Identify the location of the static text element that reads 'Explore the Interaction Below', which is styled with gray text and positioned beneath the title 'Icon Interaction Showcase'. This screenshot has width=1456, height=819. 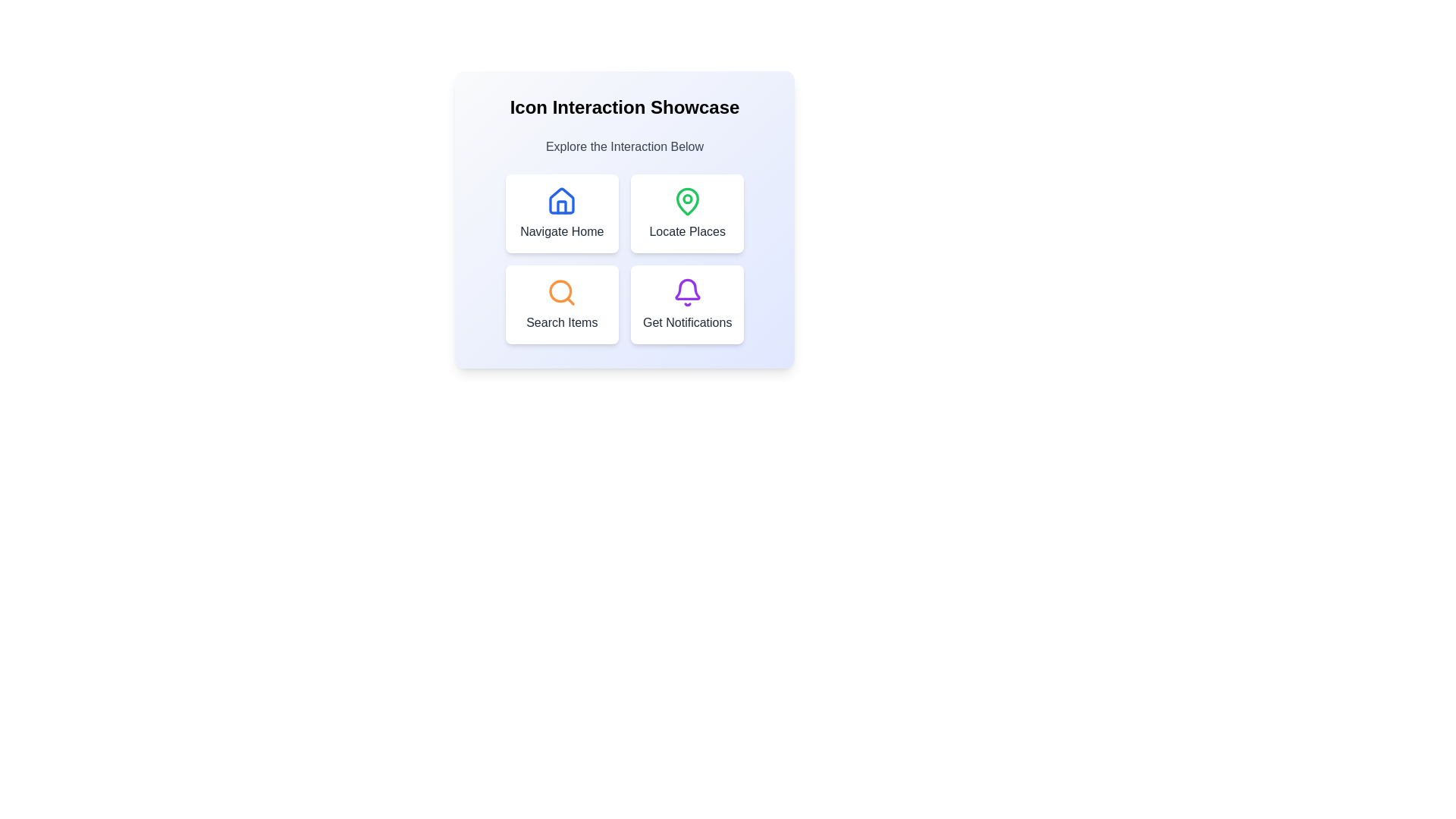
(625, 146).